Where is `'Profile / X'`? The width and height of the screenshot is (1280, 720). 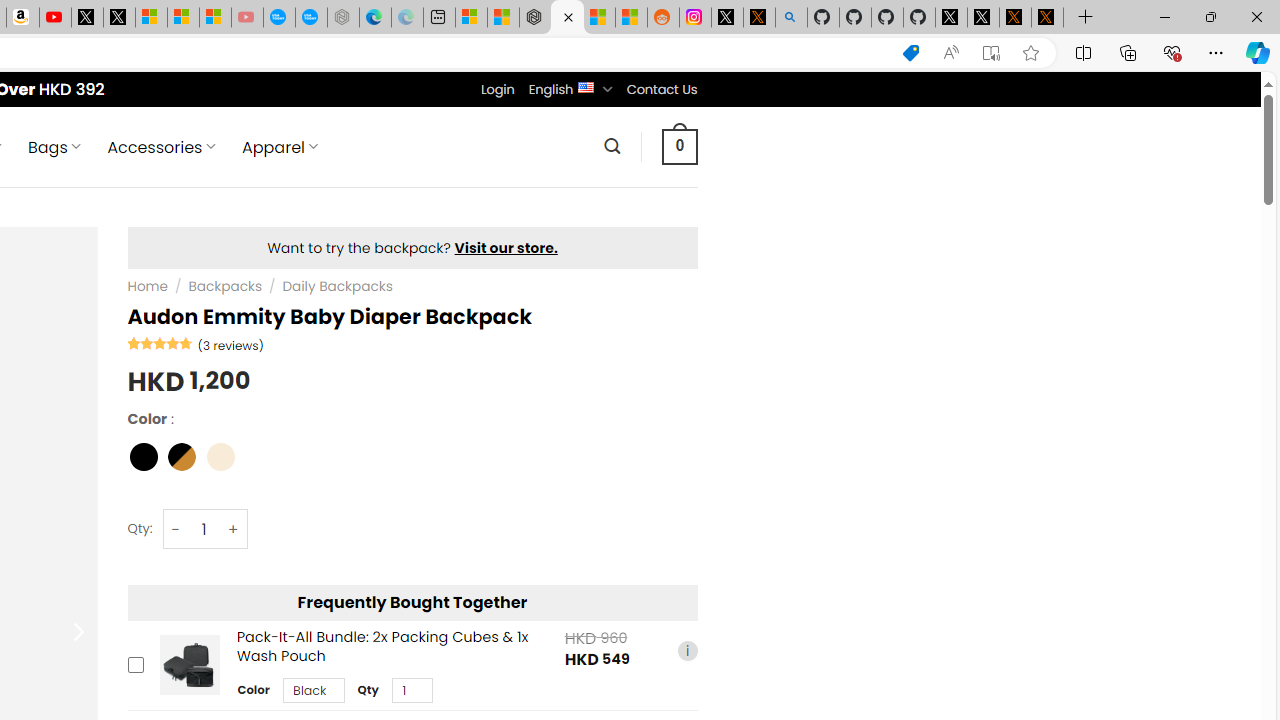 'Profile / X' is located at coordinates (950, 17).